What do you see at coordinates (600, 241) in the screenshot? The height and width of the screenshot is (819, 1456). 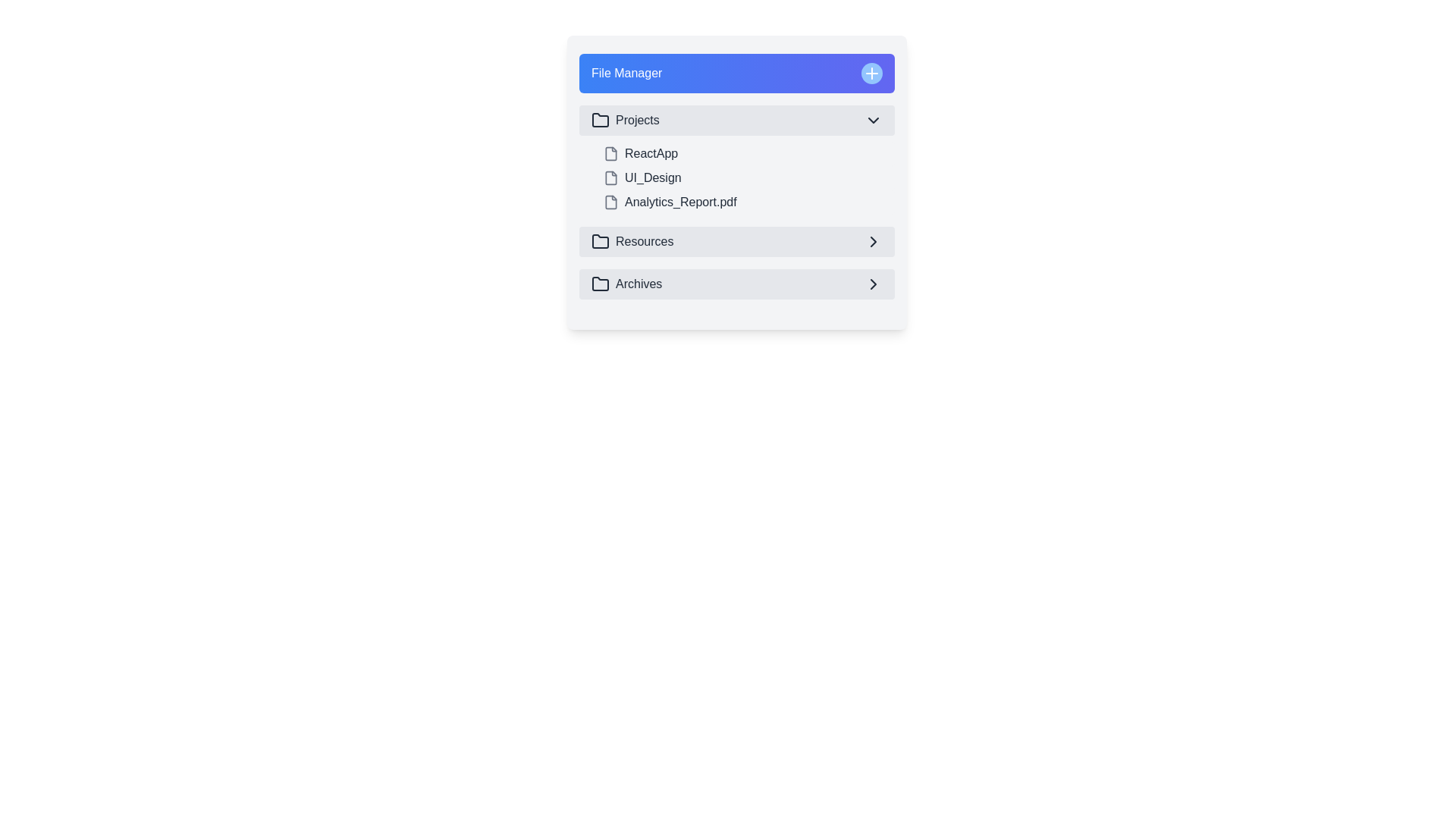 I see `the folder icon, which is the leftmost element` at bounding box center [600, 241].